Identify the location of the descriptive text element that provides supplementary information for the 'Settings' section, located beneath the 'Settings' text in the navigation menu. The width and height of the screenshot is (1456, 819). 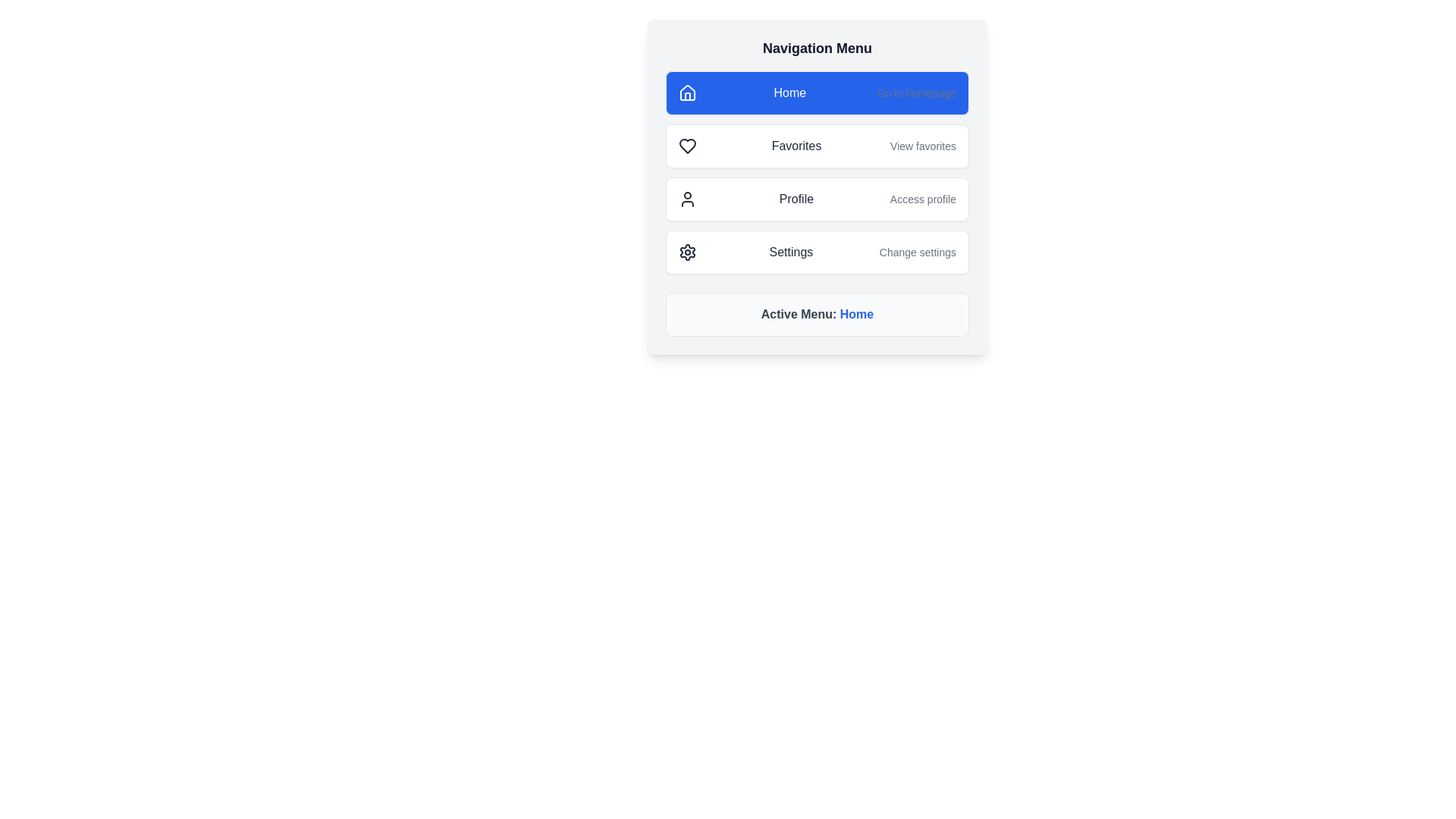
(917, 251).